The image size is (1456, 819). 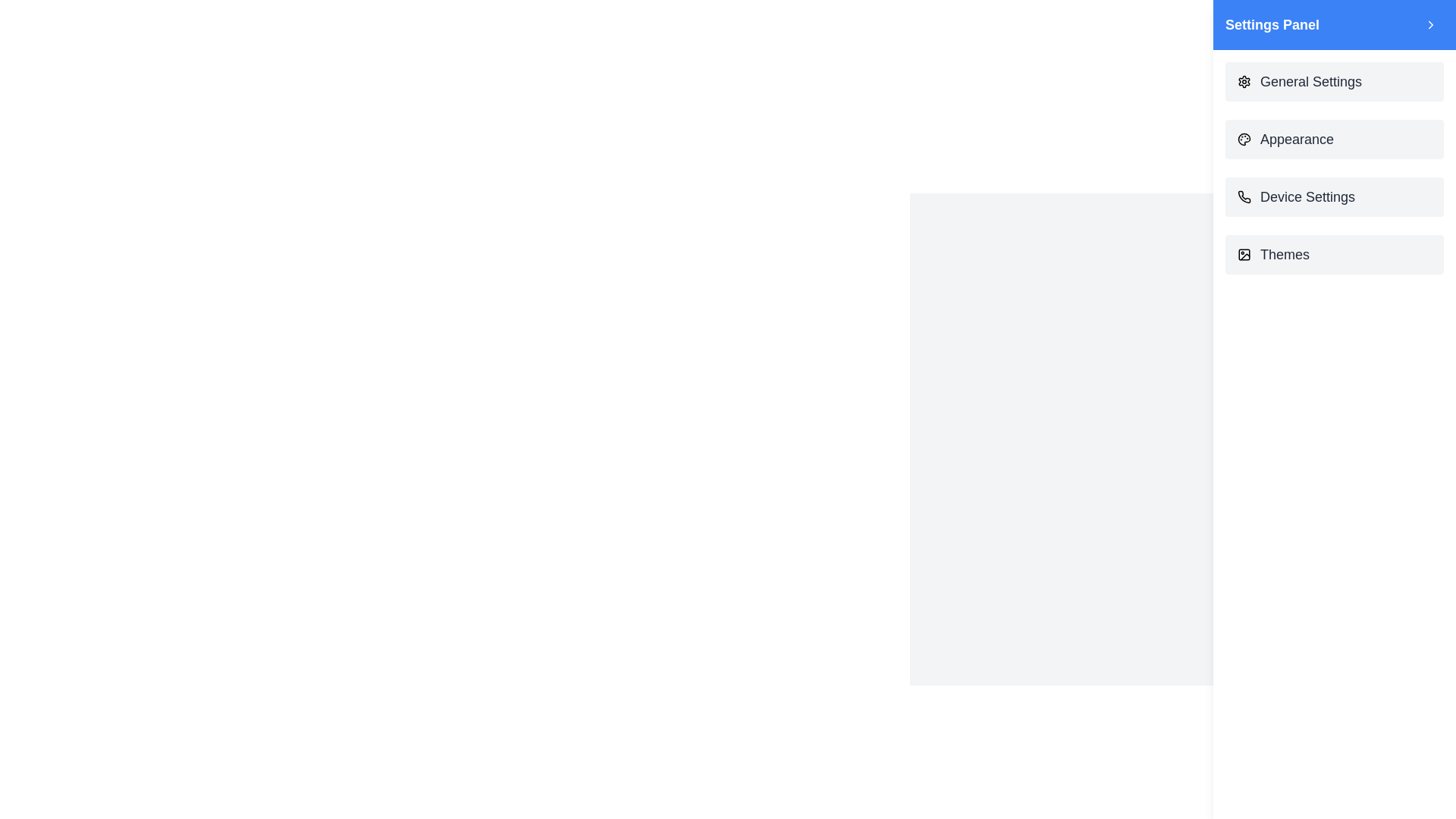 I want to click on the icon positioned to the left of the 'General Settings' text, so click(x=1244, y=82).